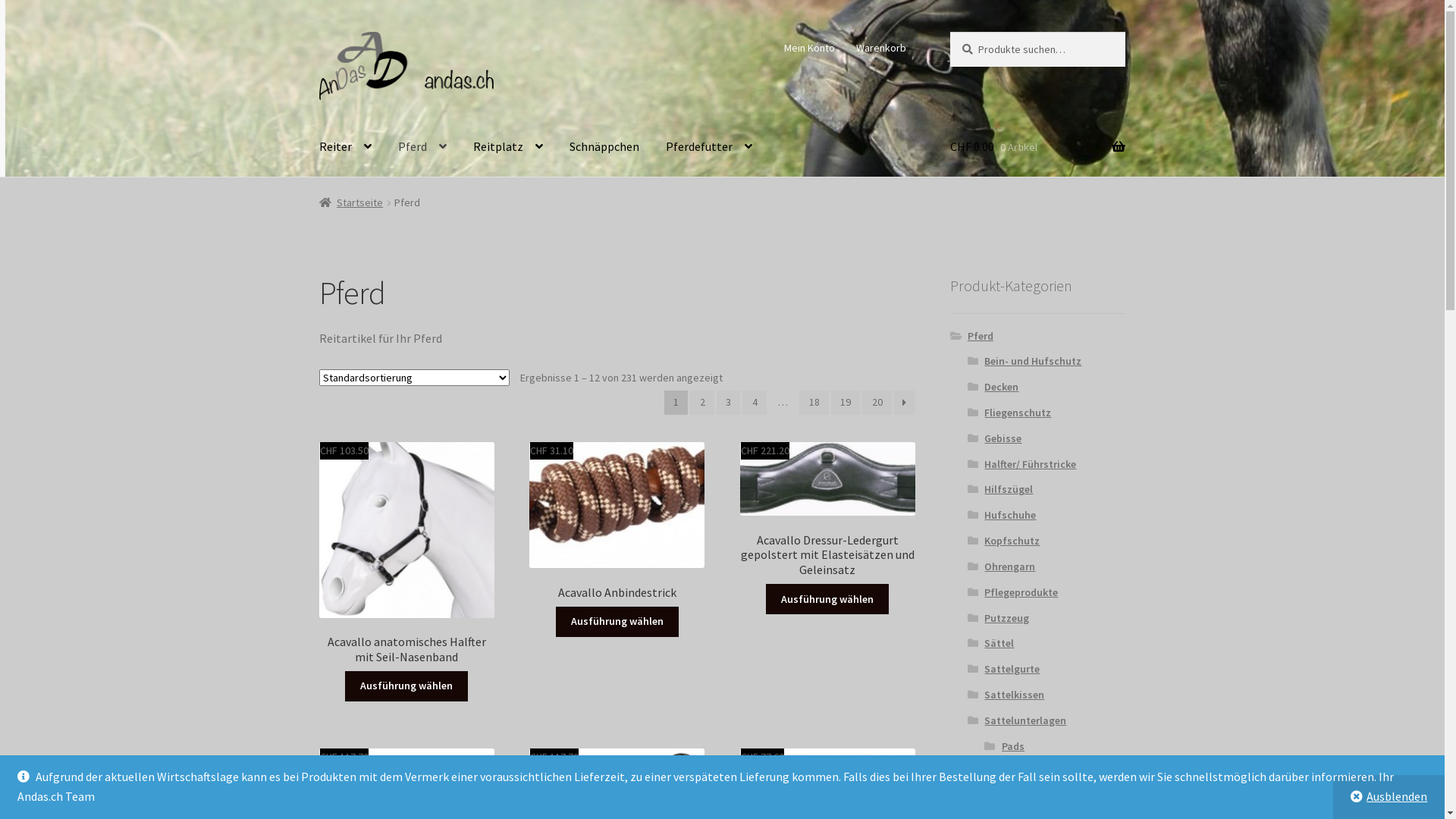 This screenshot has width=1456, height=819. I want to click on 'Warenkorb', so click(880, 46).